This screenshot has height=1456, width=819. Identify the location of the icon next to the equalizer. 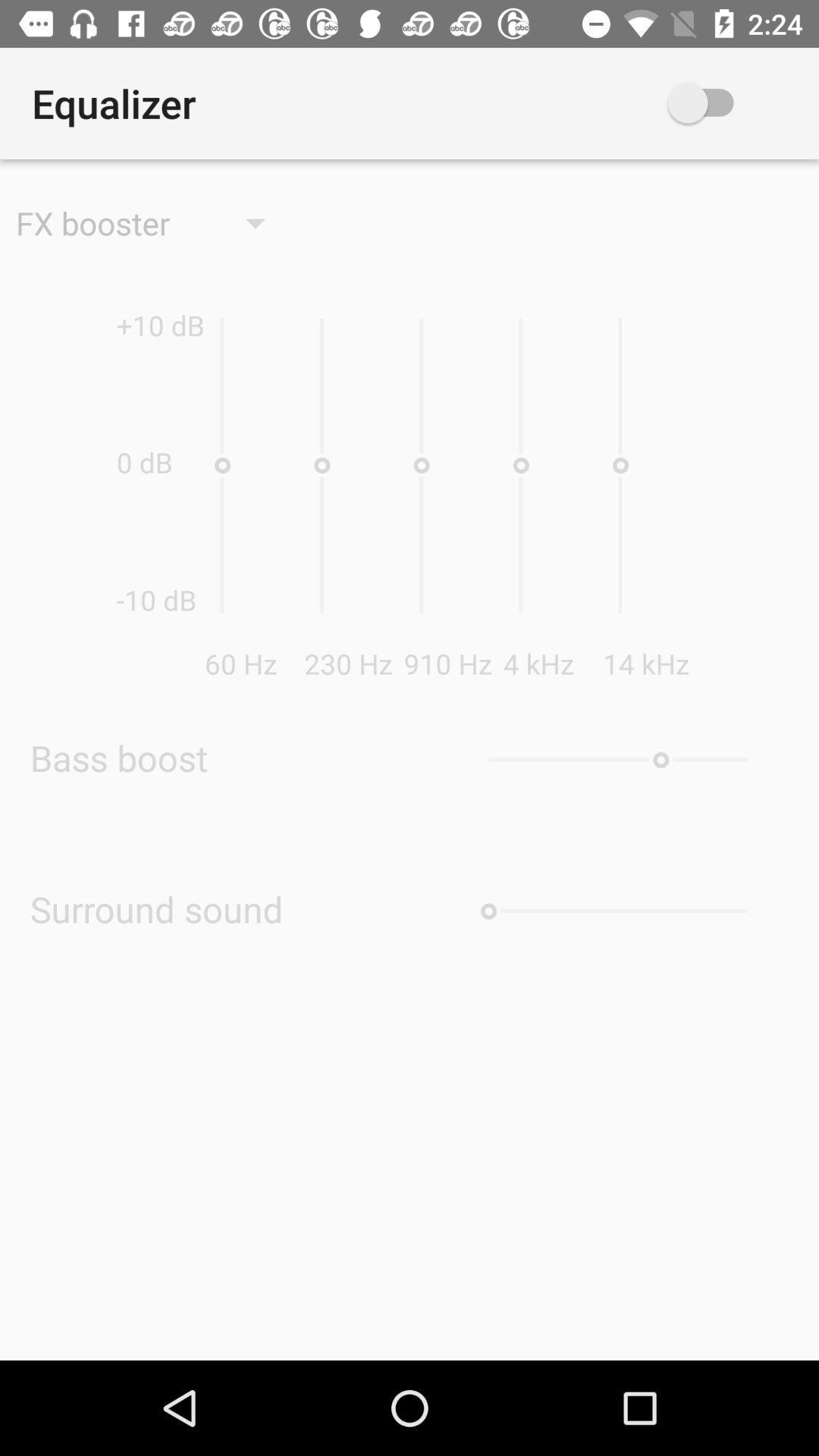
(723, 102).